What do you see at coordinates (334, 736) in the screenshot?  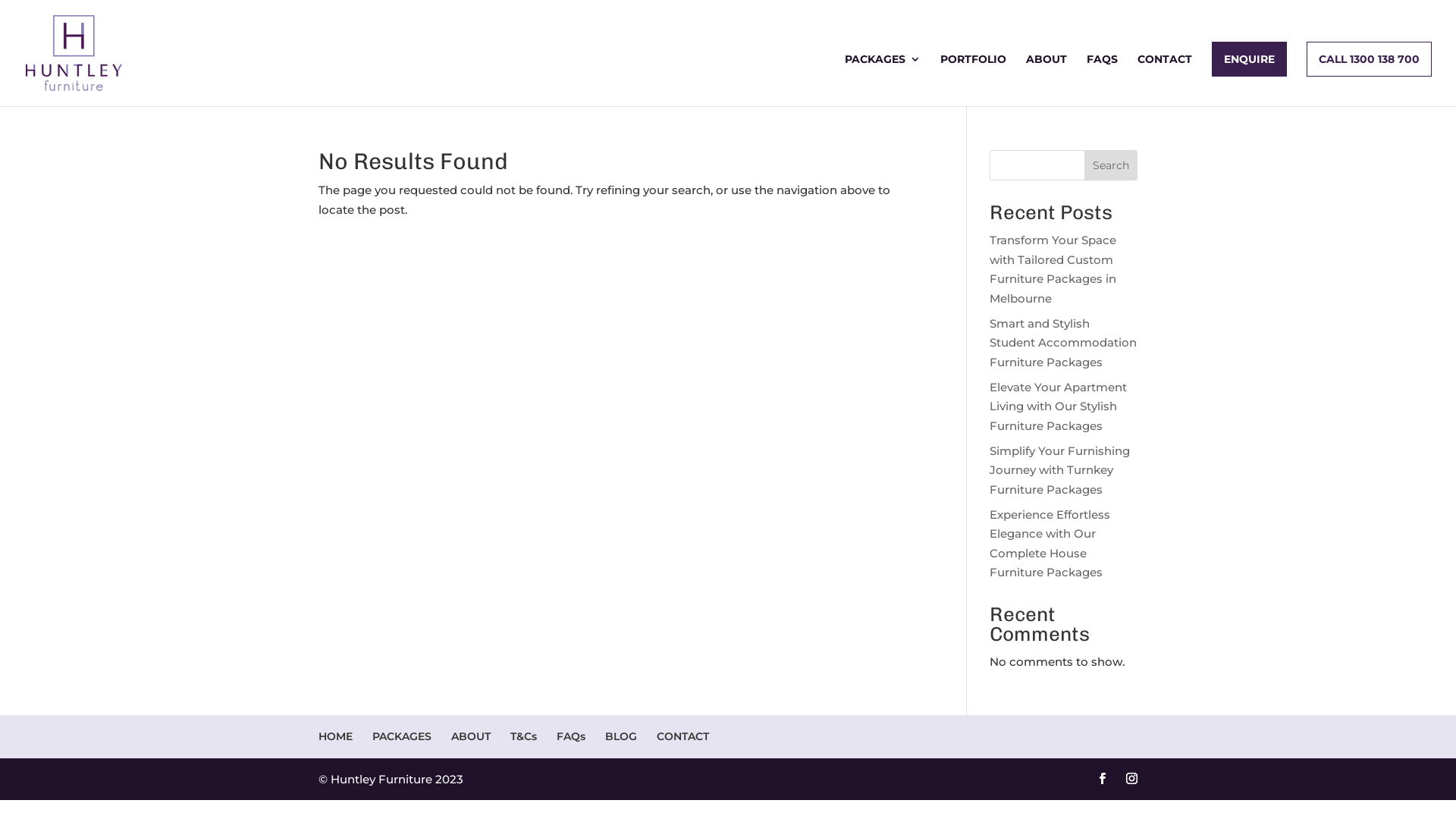 I see `'HOME'` at bounding box center [334, 736].